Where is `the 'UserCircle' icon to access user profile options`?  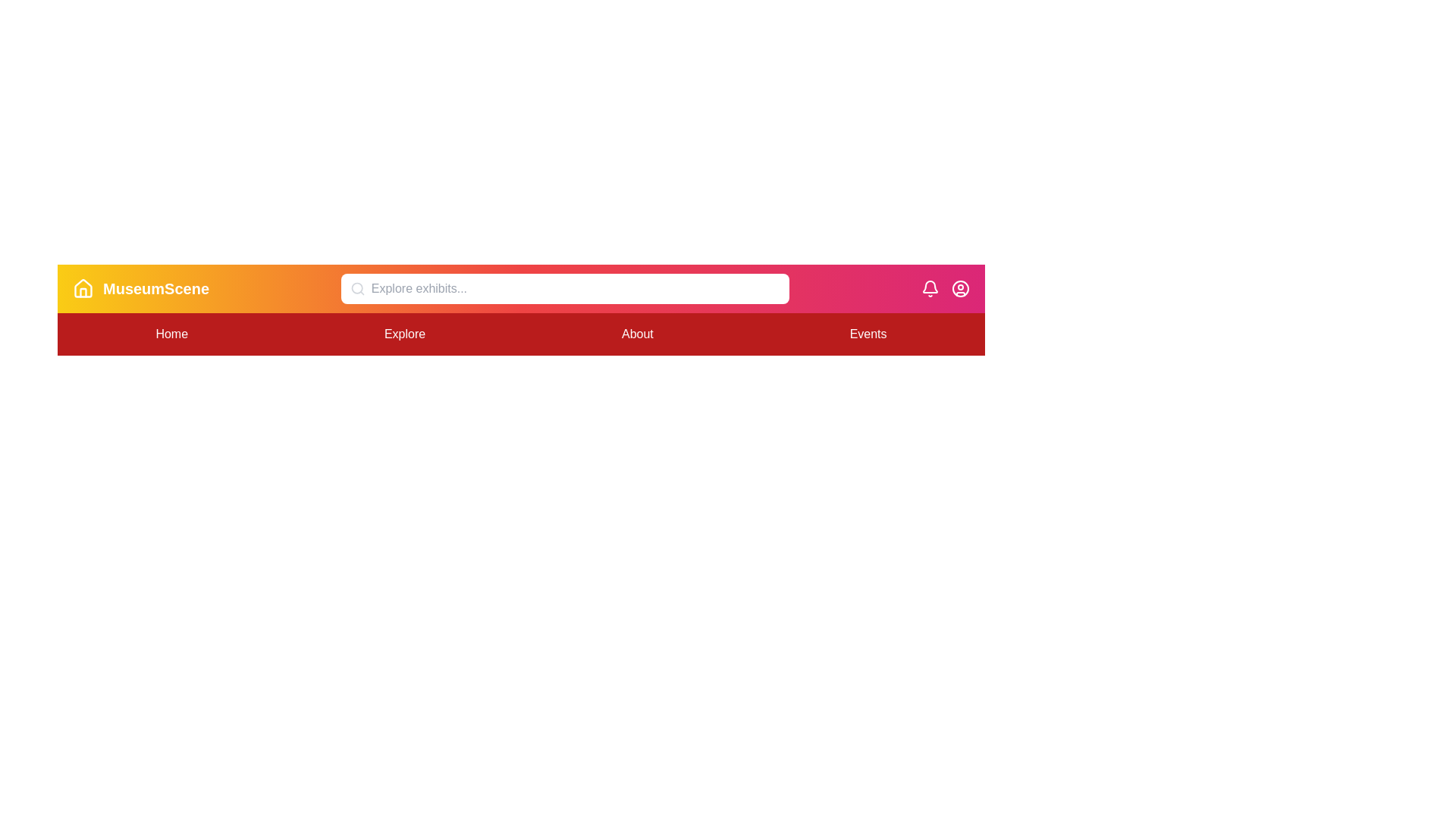 the 'UserCircle' icon to access user profile options is located at coordinates (960, 289).